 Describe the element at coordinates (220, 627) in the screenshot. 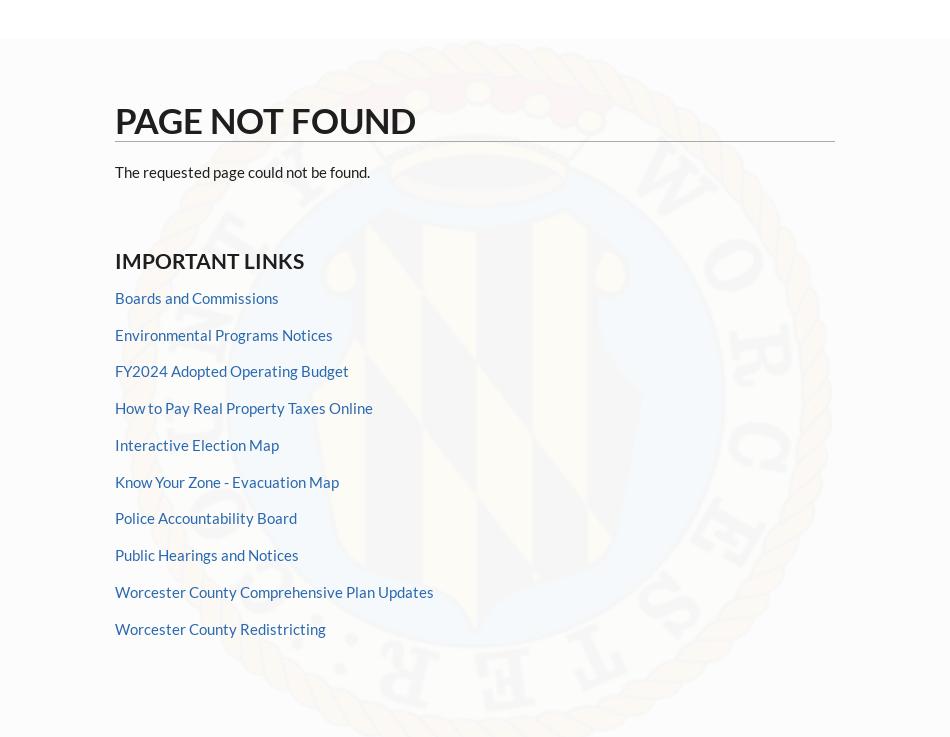

I see `'Worcester County Redistricting'` at that location.